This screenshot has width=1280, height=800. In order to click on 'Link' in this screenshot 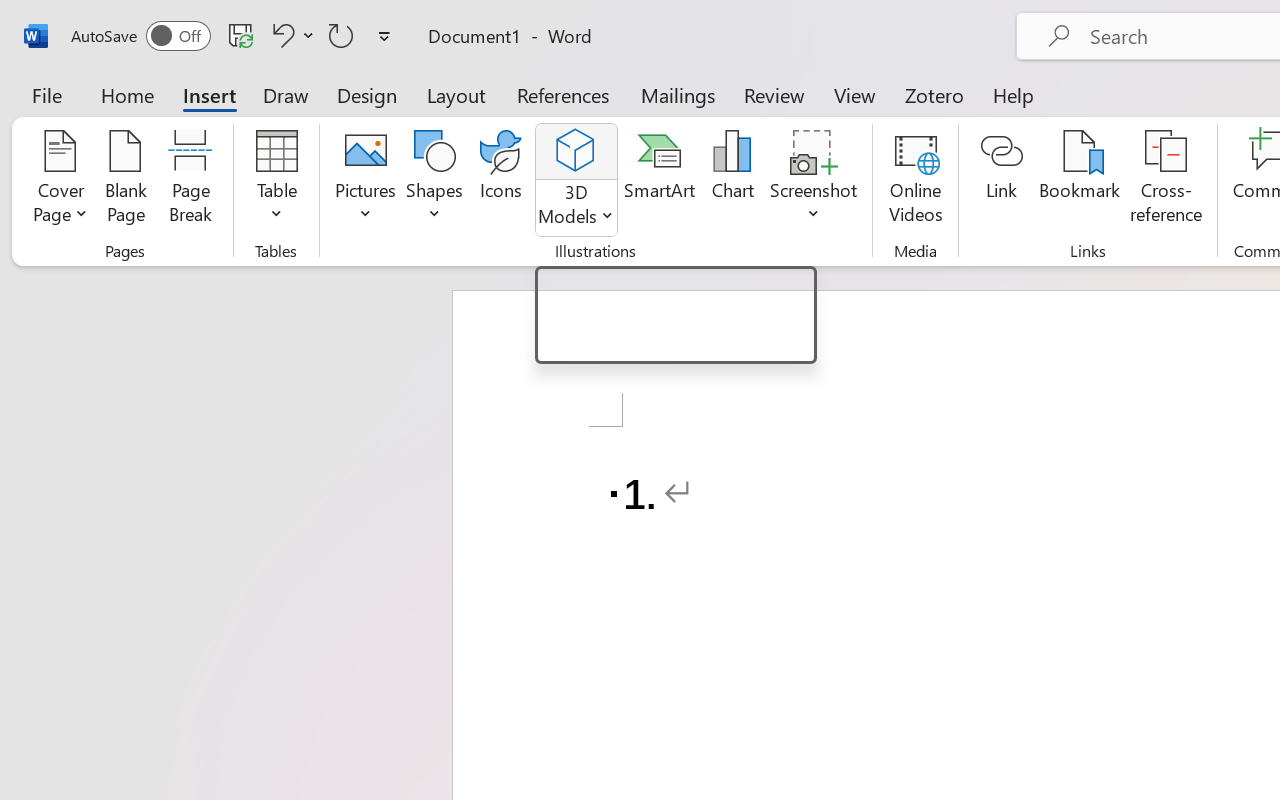, I will do `click(1002, 179)`.